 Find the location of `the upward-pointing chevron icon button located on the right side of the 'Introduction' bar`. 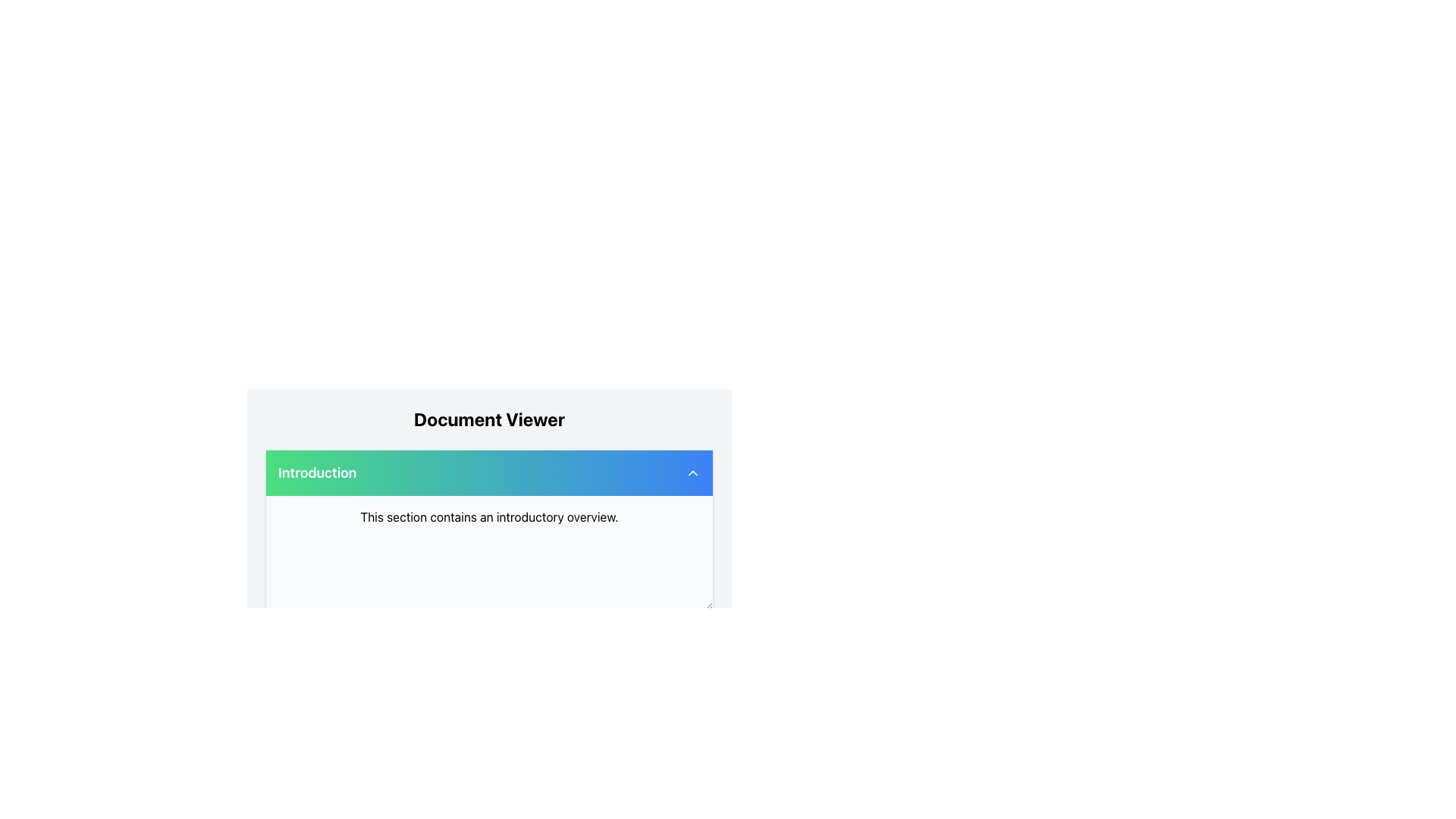

the upward-pointing chevron icon button located on the right side of the 'Introduction' bar is located at coordinates (692, 472).